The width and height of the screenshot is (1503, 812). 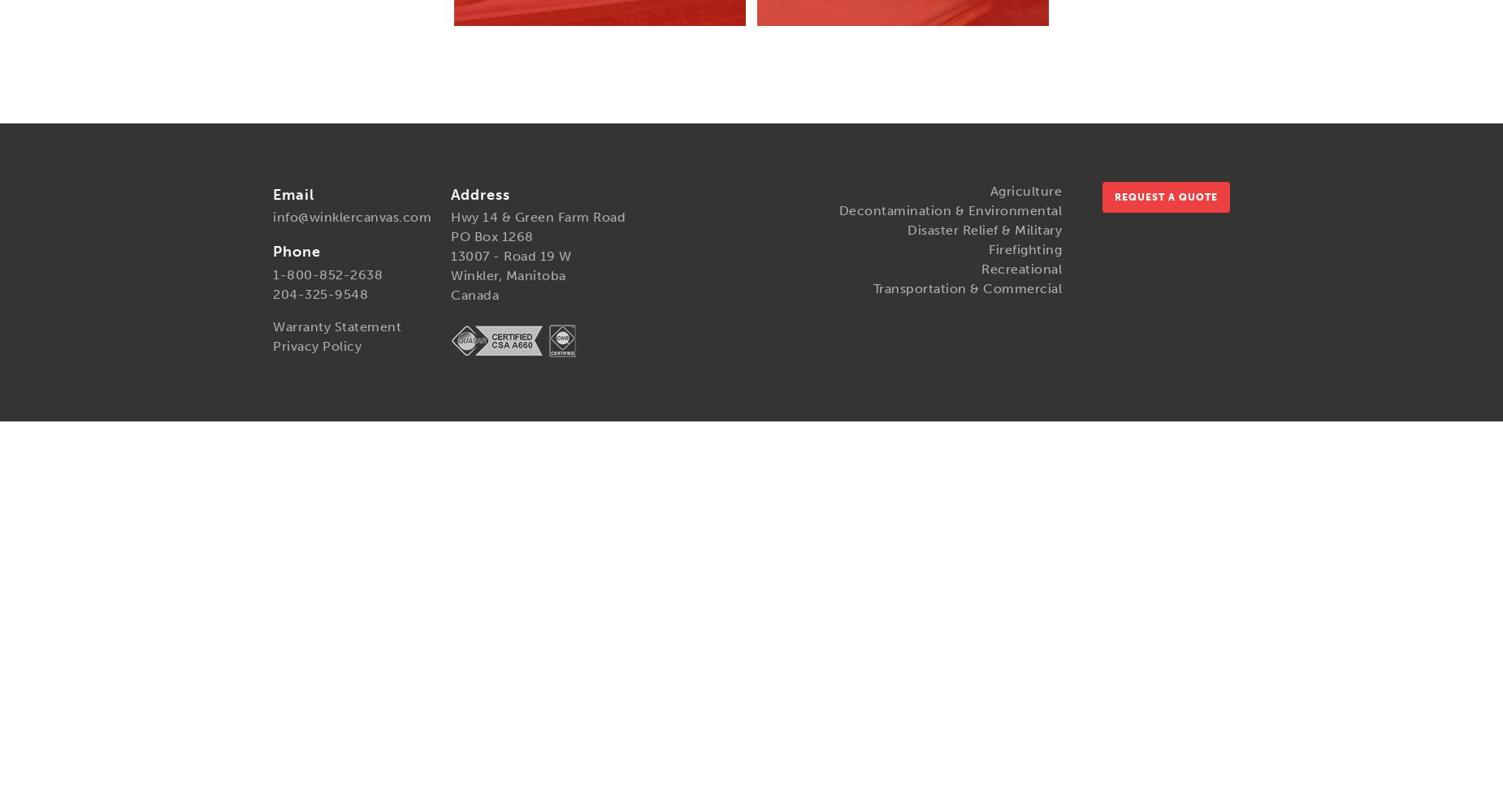 What do you see at coordinates (949, 209) in the screenshot?
I see `'Decontamination & Environmental'` at bounding box center [949, 209].